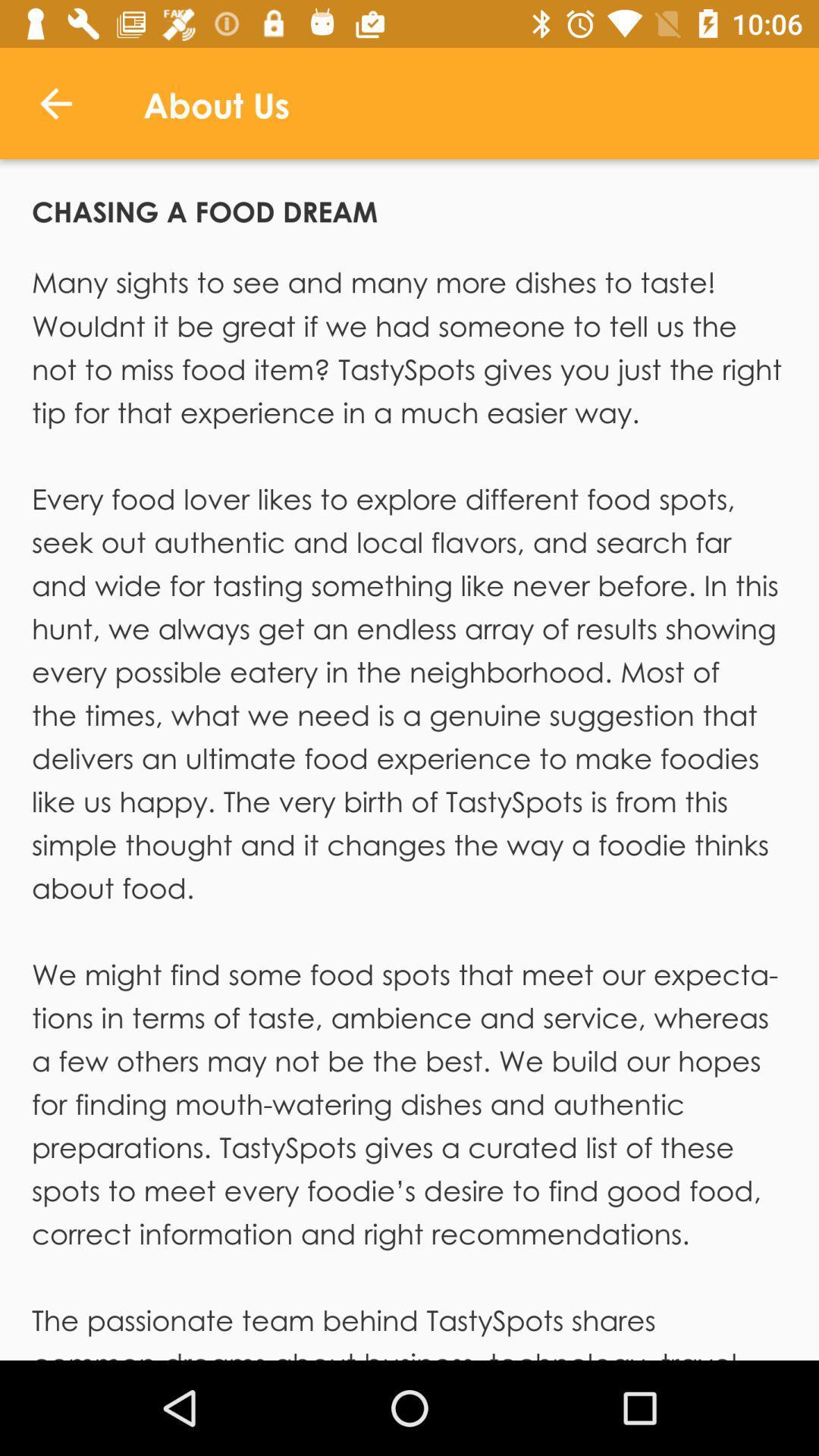 The height and width of the screenshot is (1456, 819). I want to click on item to the left of about us icon, so click(55, 102).